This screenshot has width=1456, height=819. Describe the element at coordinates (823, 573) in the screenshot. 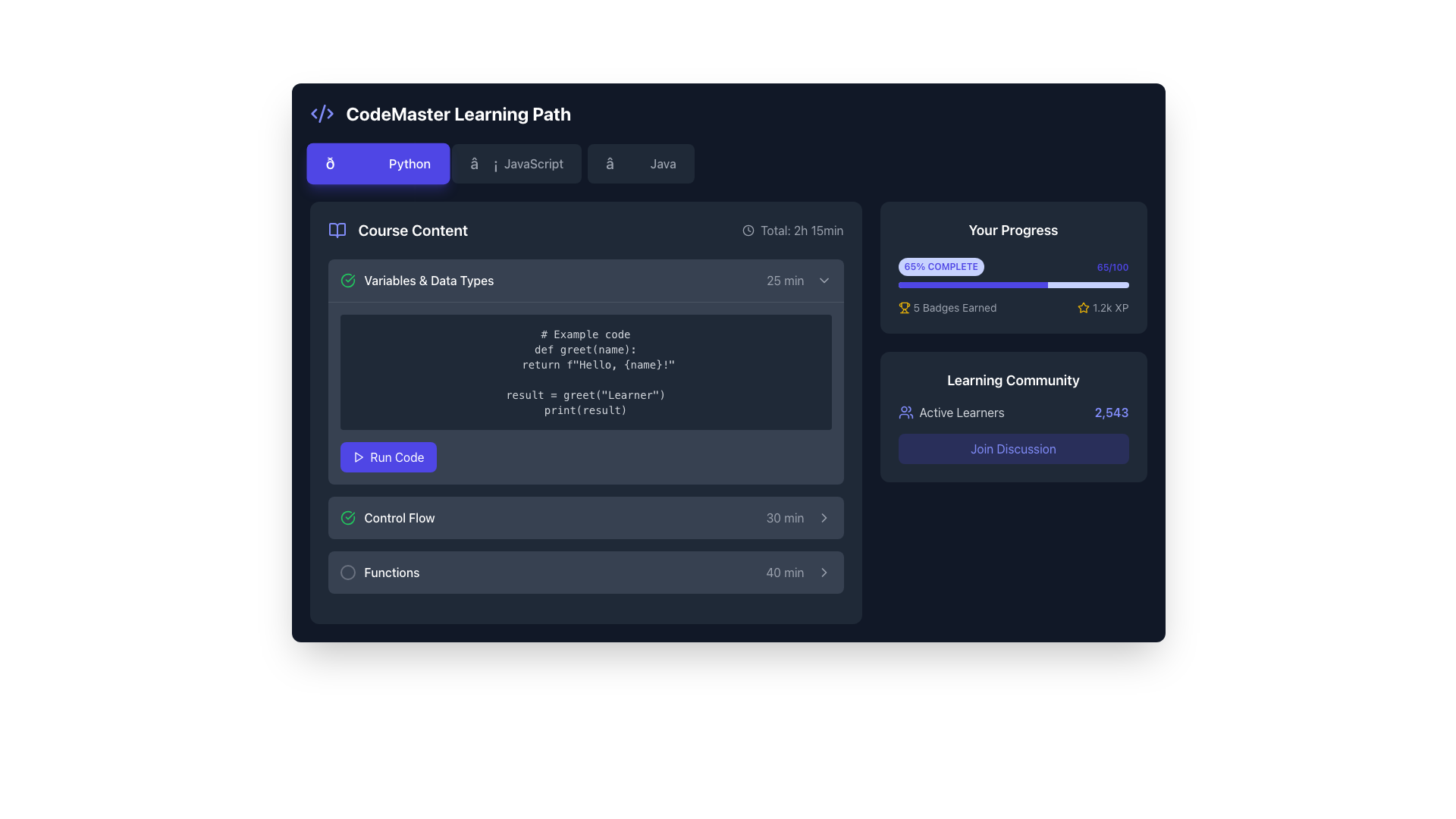

I see `the right-pointing chevron icon with a gray outline, positioned to the right of the text '40 min'` at that location.